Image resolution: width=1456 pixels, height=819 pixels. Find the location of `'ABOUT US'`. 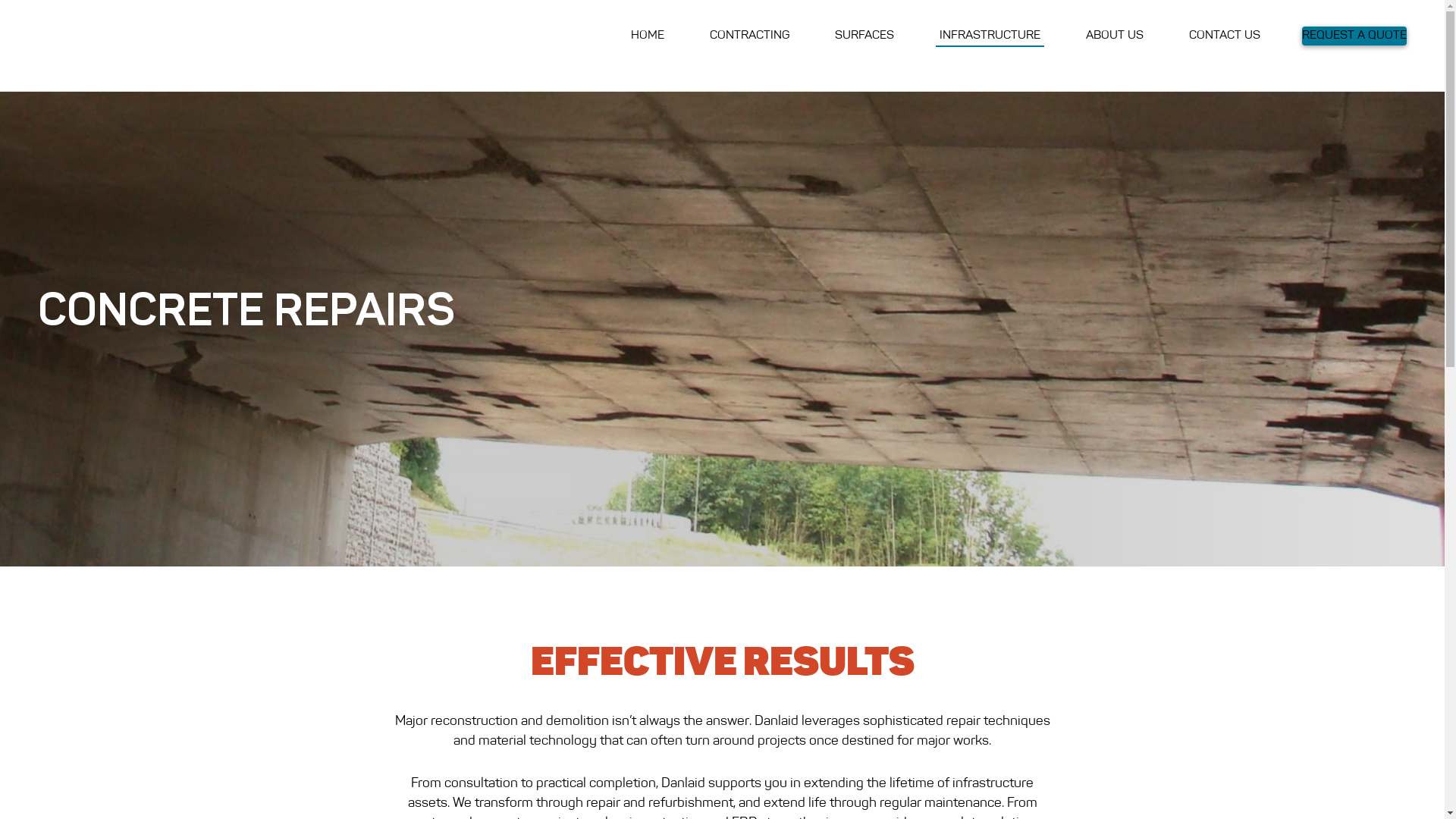

'ABOUT US' is located at coordinates (1114, 35).